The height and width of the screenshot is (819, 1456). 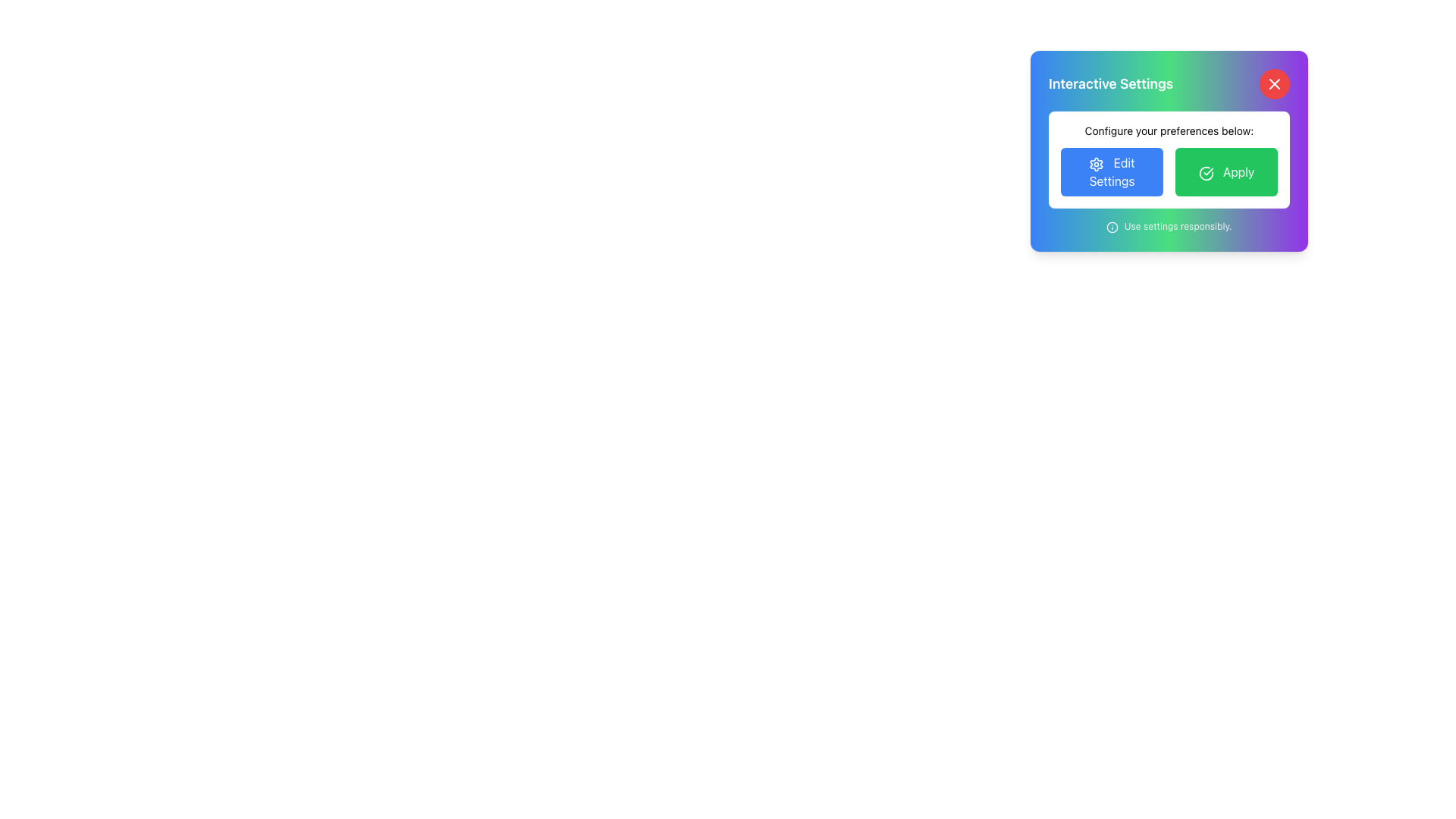 I want to click on the settings button located in the left section of the horizontal button group within the modal overlay to initiate the settings editing process, so click(x=1112, y=171).